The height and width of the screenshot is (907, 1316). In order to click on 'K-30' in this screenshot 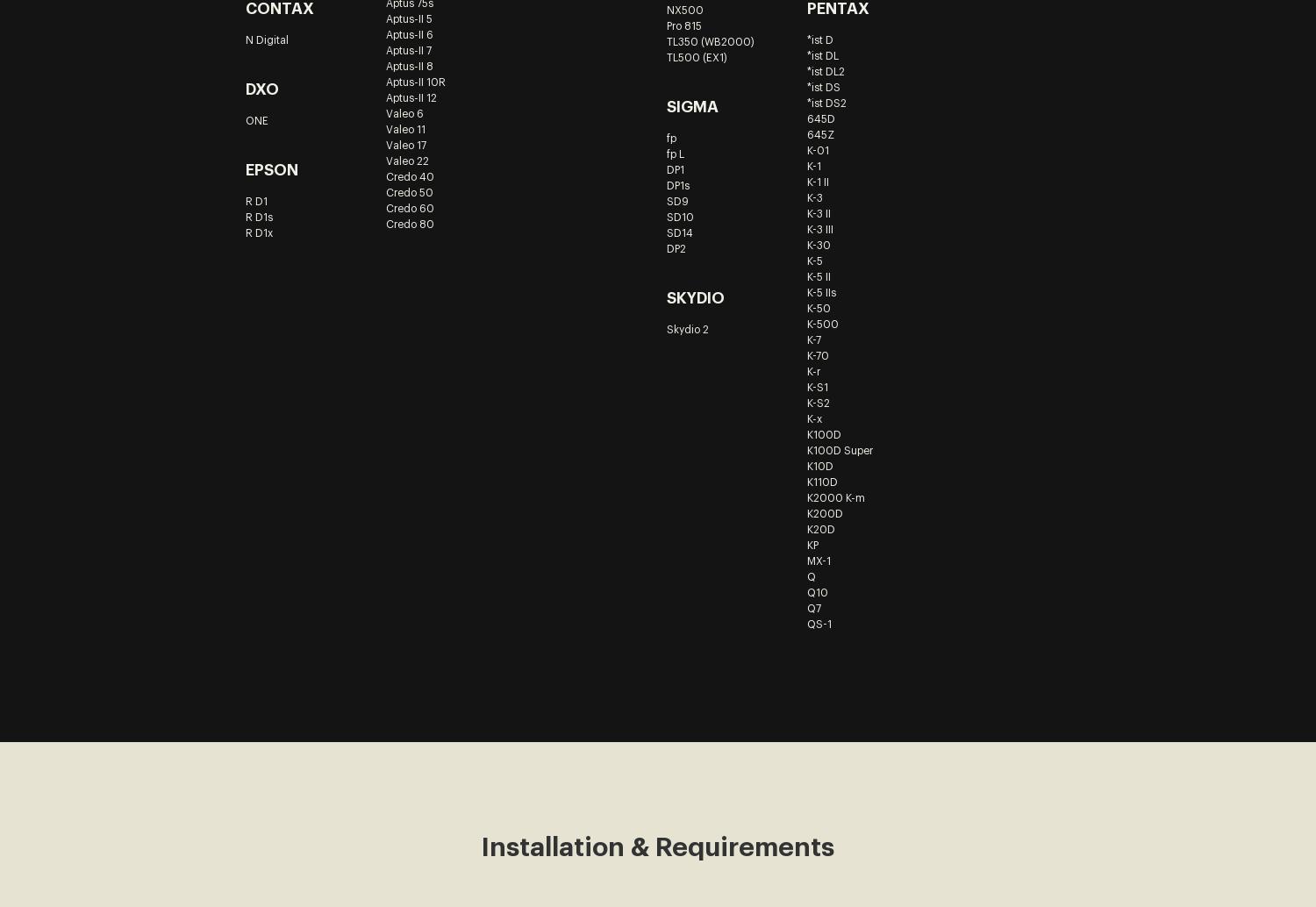, I will do `click(806, 245)`.